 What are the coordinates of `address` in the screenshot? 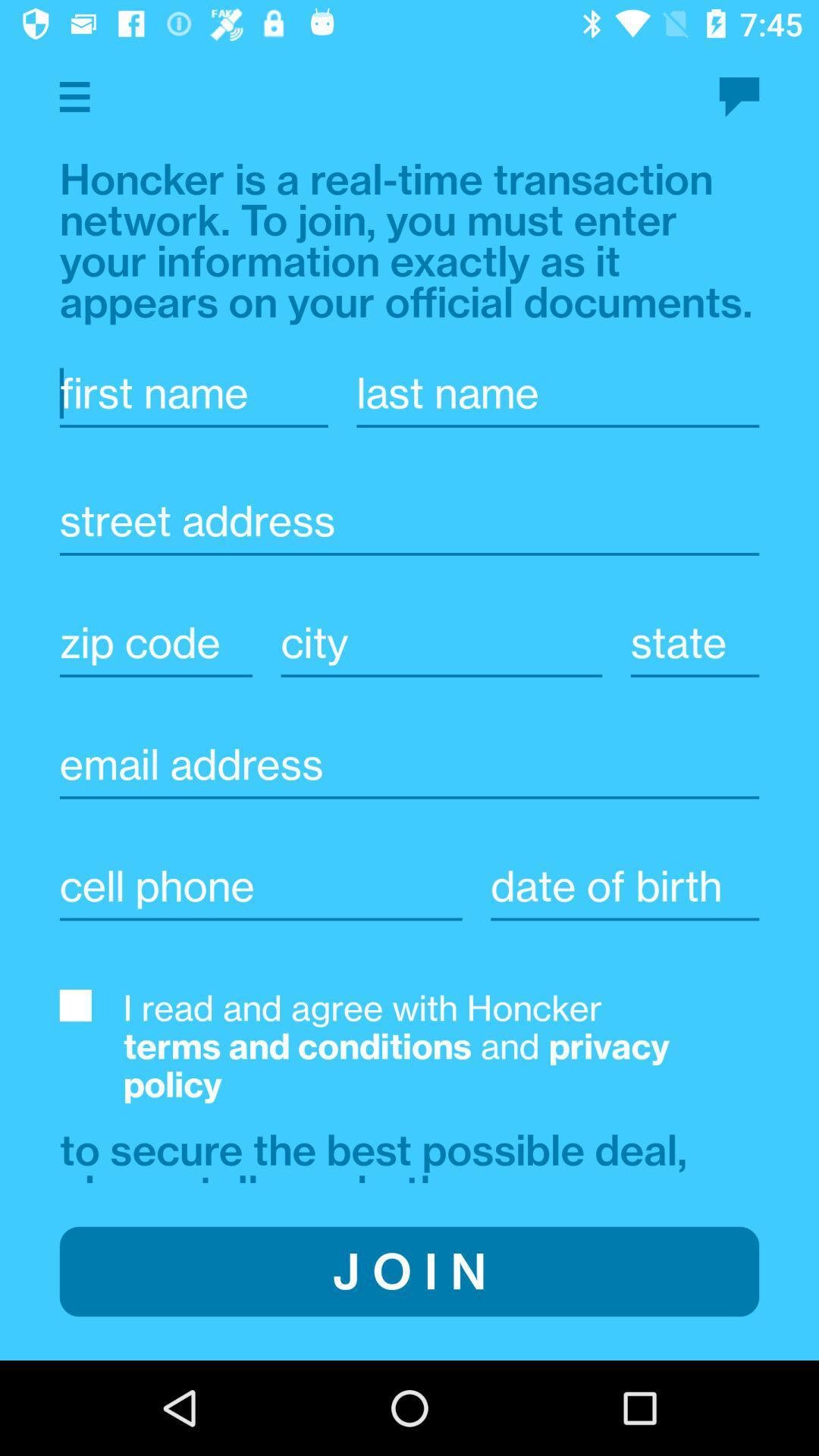 It's located at (409, 521).